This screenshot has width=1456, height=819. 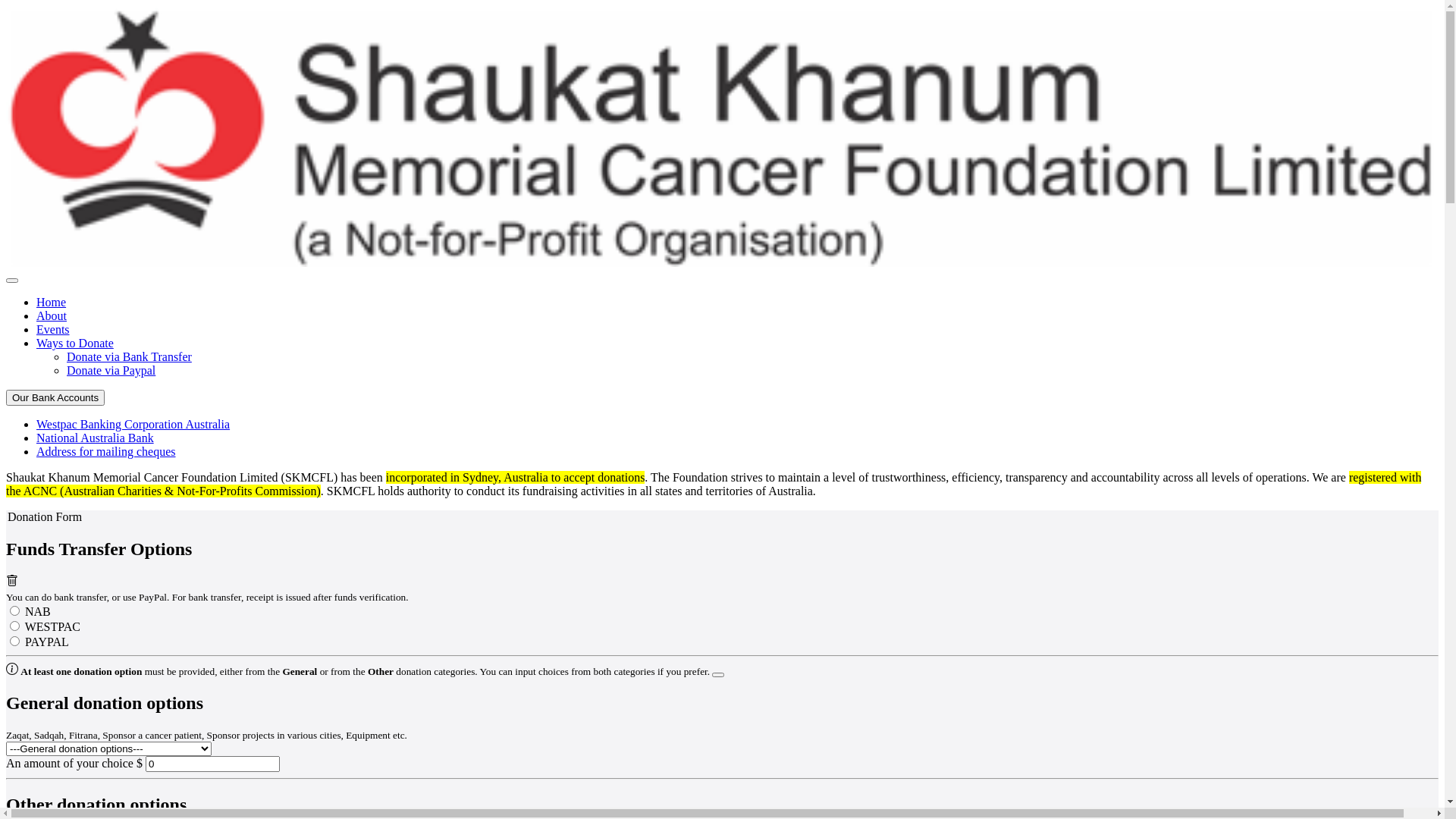 What do you see at coordinates (55, 397) in the screenshot?
I see `'Our Bank Accounts'` at bounding box center [55, 397].